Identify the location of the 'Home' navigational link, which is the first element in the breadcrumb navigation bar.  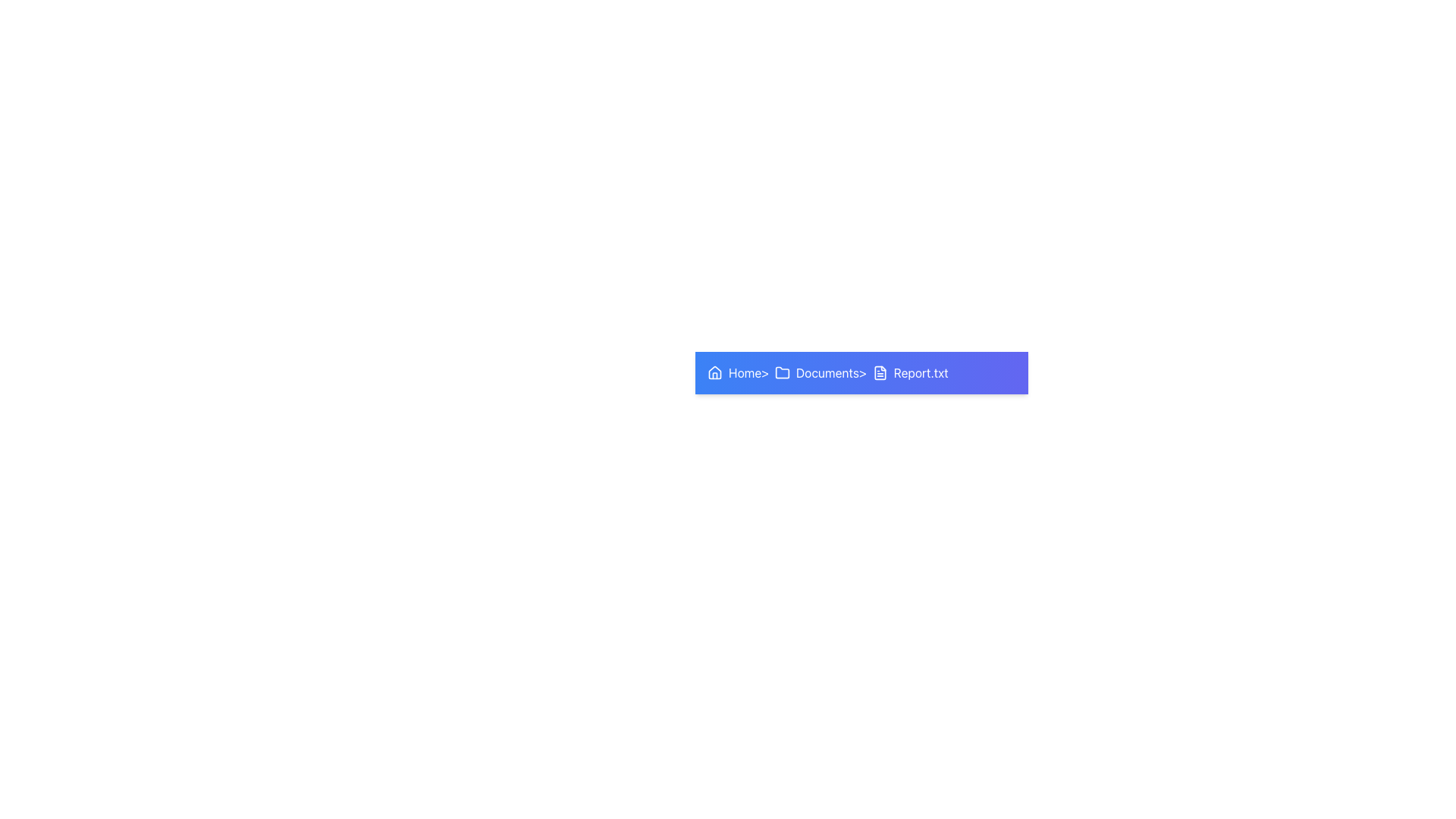
(734, 373).